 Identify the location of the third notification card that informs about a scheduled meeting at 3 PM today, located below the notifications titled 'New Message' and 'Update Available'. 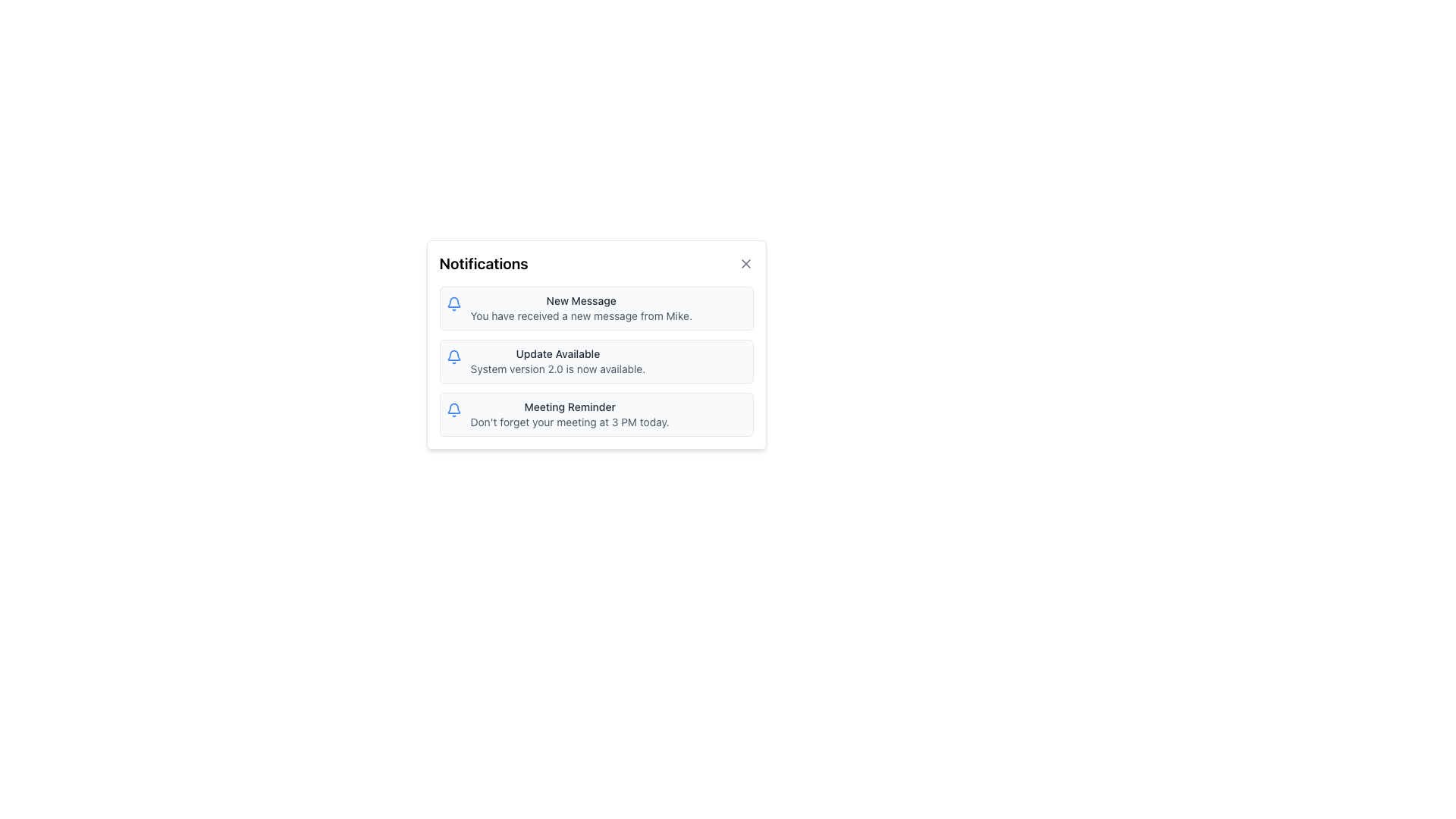
(595, 415).